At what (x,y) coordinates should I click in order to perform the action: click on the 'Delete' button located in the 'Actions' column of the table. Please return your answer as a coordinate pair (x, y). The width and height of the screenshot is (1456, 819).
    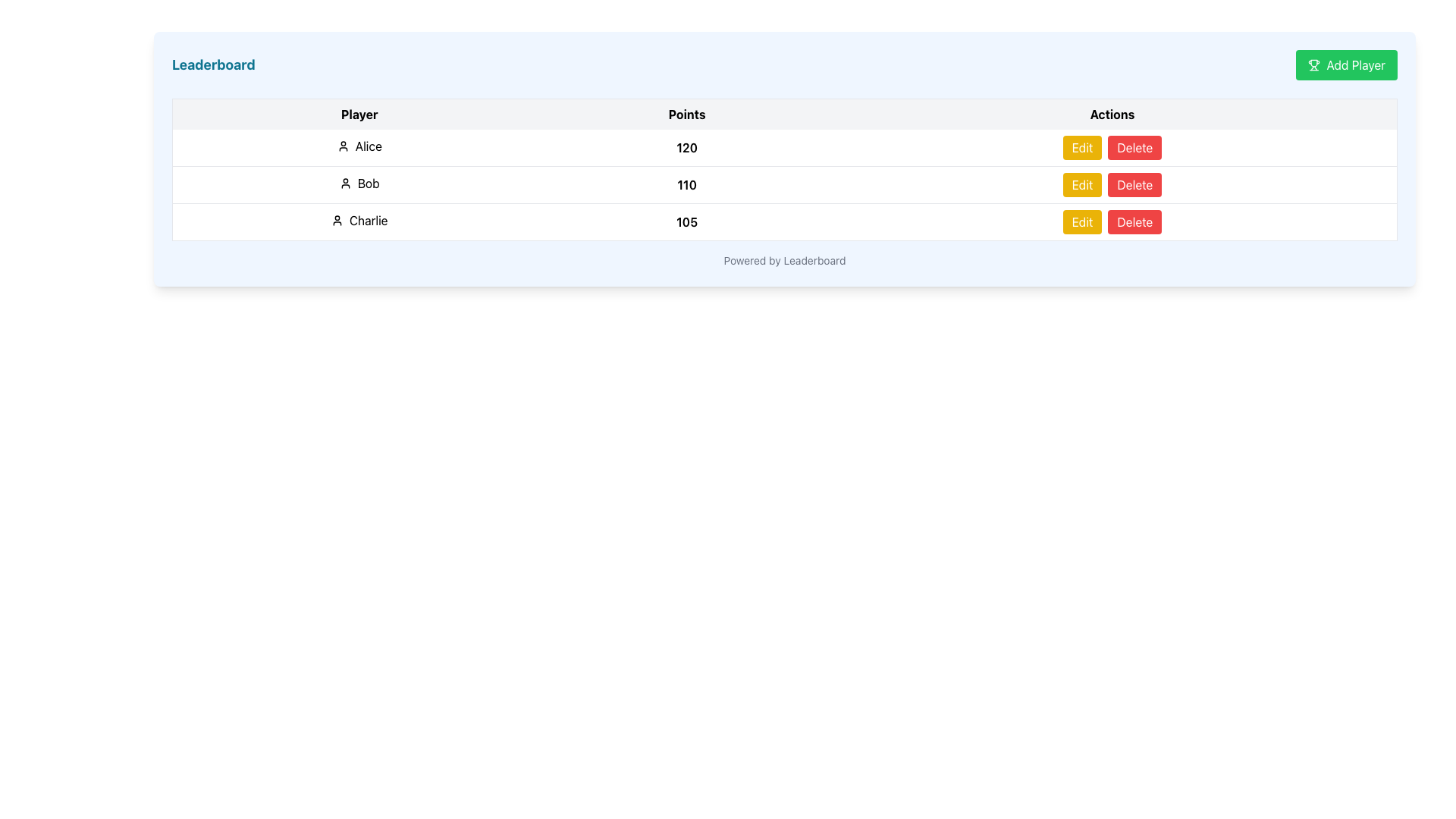
    Looking at the image, I should click on (1134, 184).